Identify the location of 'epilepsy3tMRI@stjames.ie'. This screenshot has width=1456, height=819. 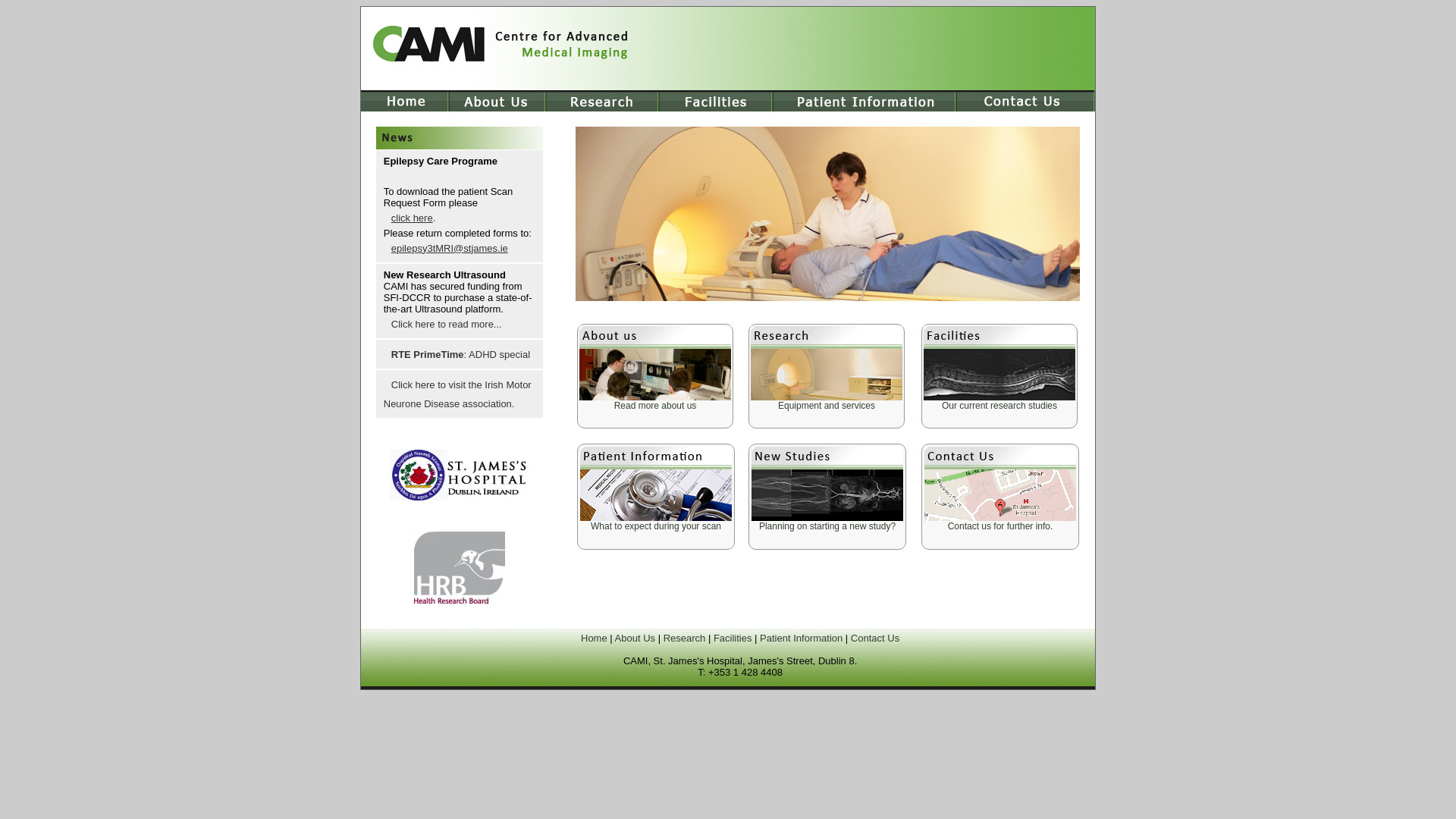
(459, 246).